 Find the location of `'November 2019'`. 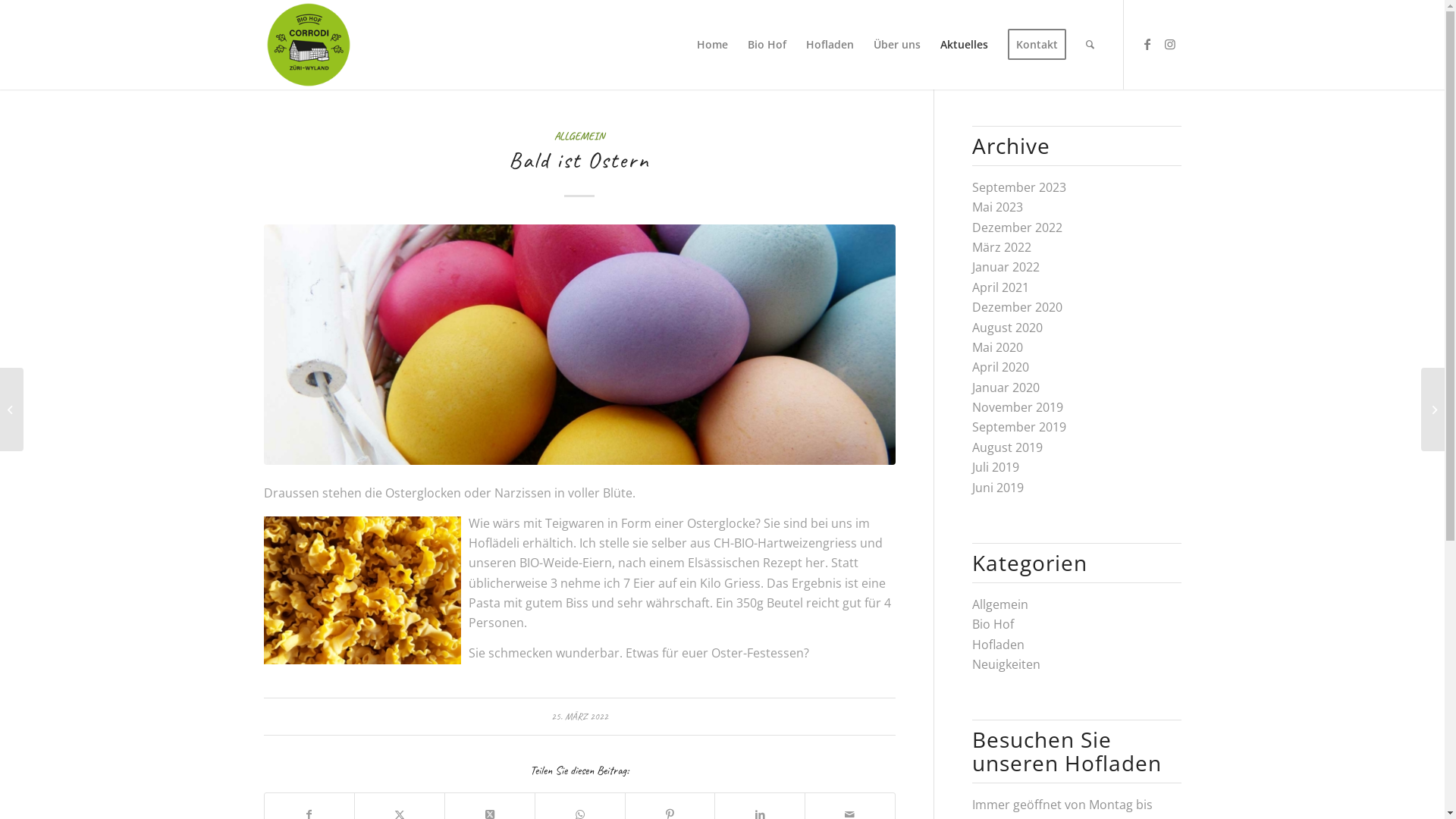

'November 2019' is located at coordinates (1018, 406).